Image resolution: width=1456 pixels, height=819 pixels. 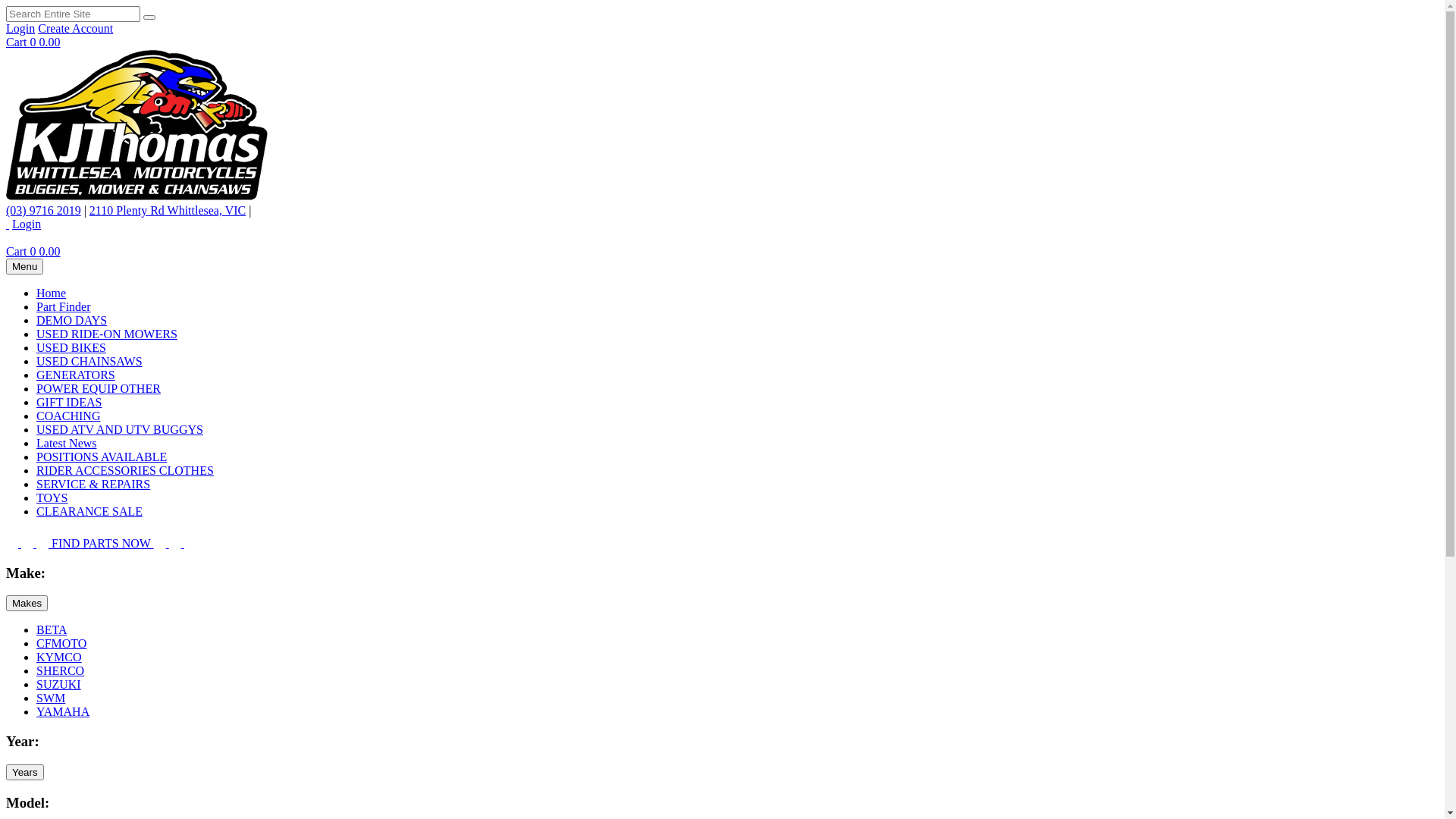 I want to click on 'Makes', so click(x=6, y=602).